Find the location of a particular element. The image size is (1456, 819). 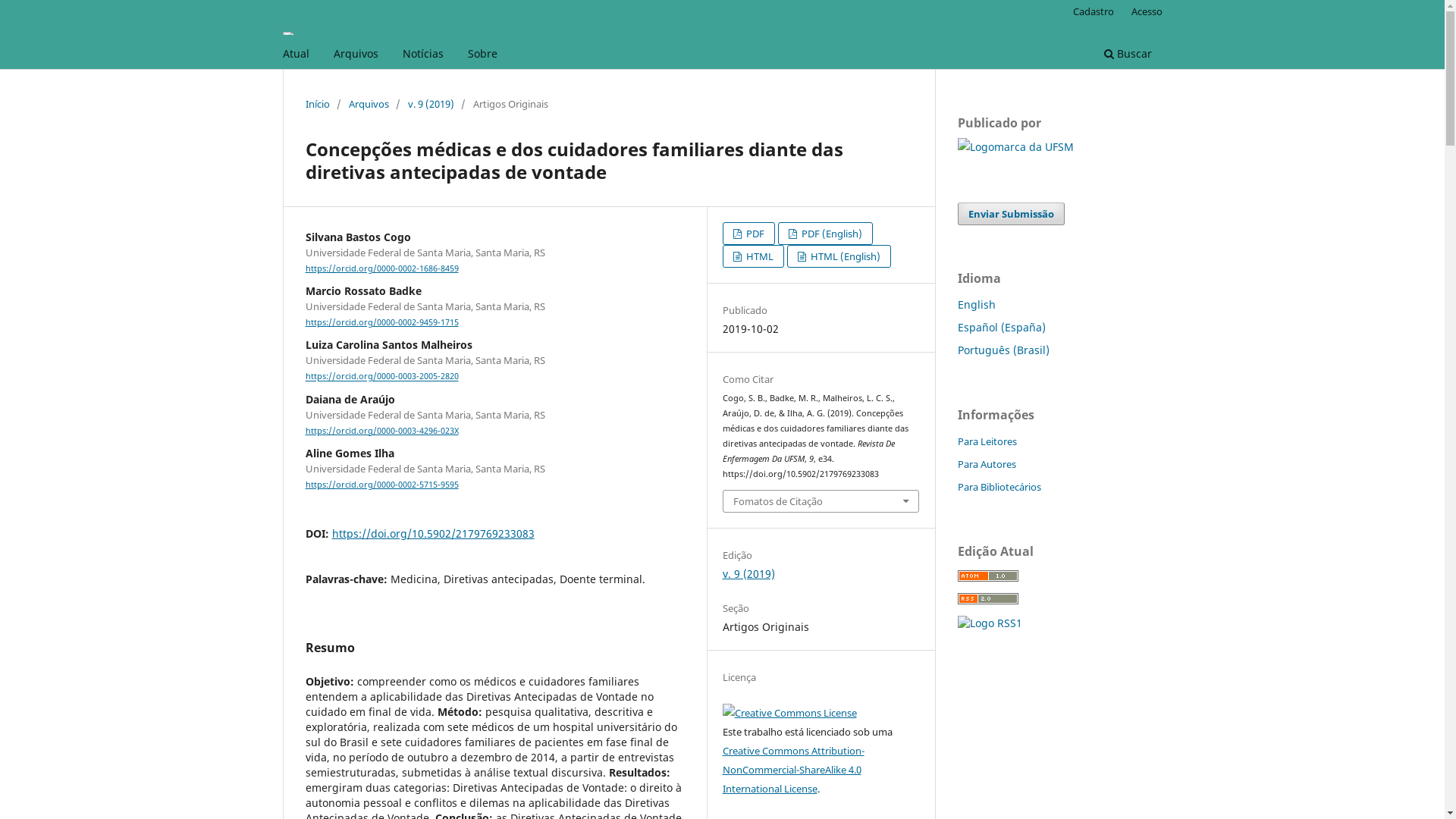

'https://orcid.org/0000-0002-9459-1715' is located at coordinates (381, 321).